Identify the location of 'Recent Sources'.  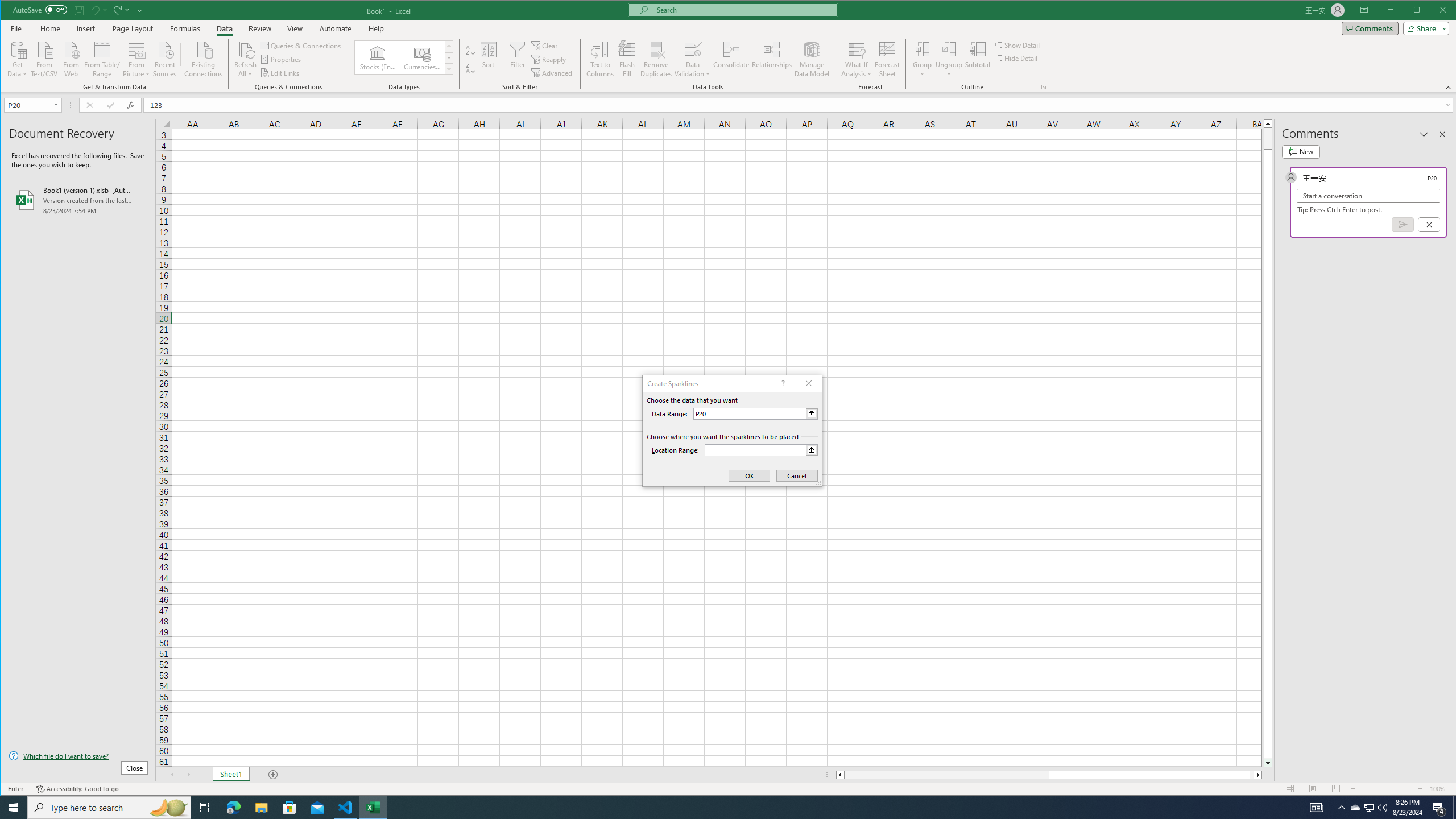
(164, 58).